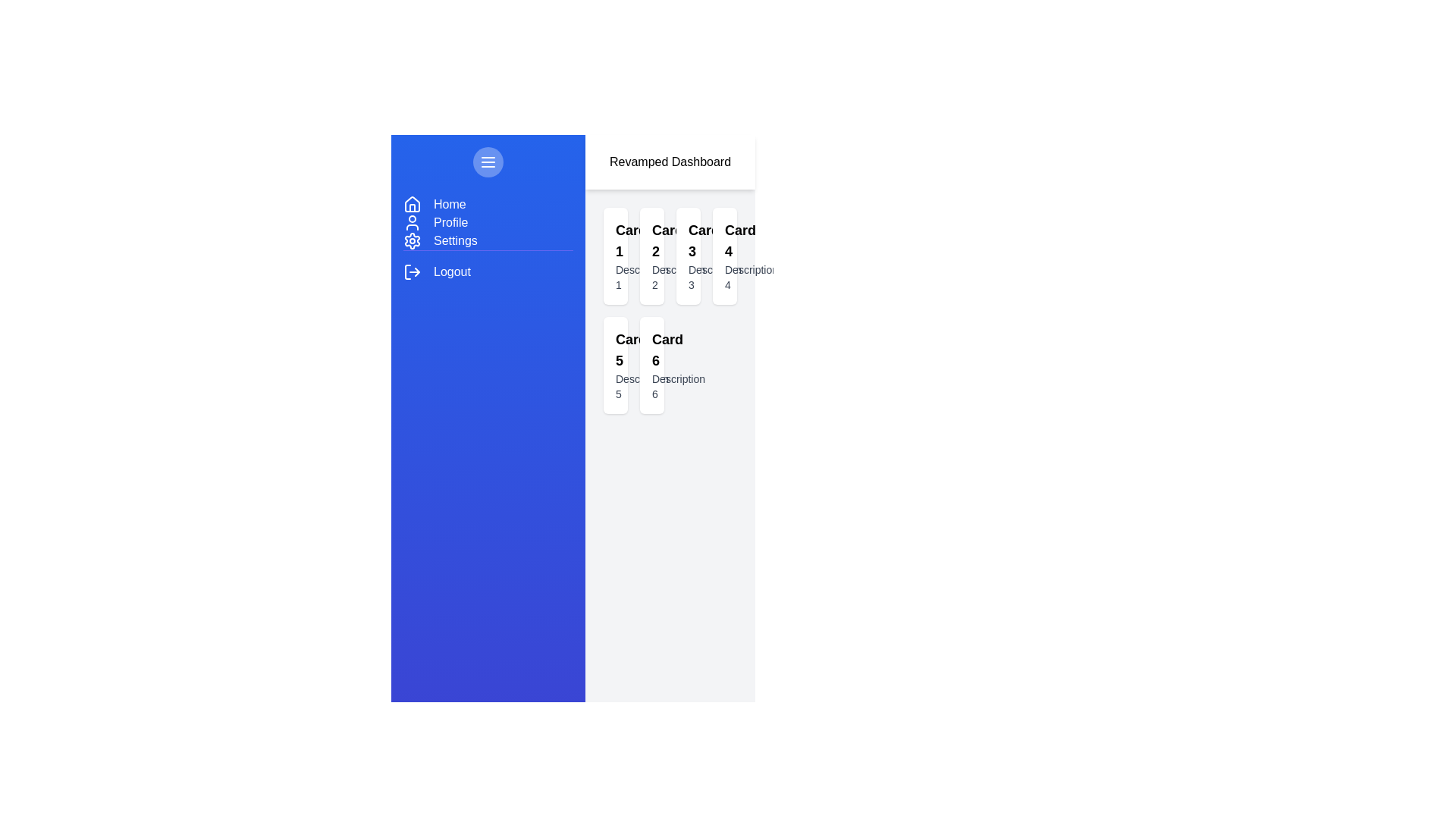  What do you see at coordinates (407, 271) in the screenshot?
I see `the decorative part of the logout icon located in the vertical menu sidebar, adjacent to the 'Logout' text label` at bounding box center [407, 271].